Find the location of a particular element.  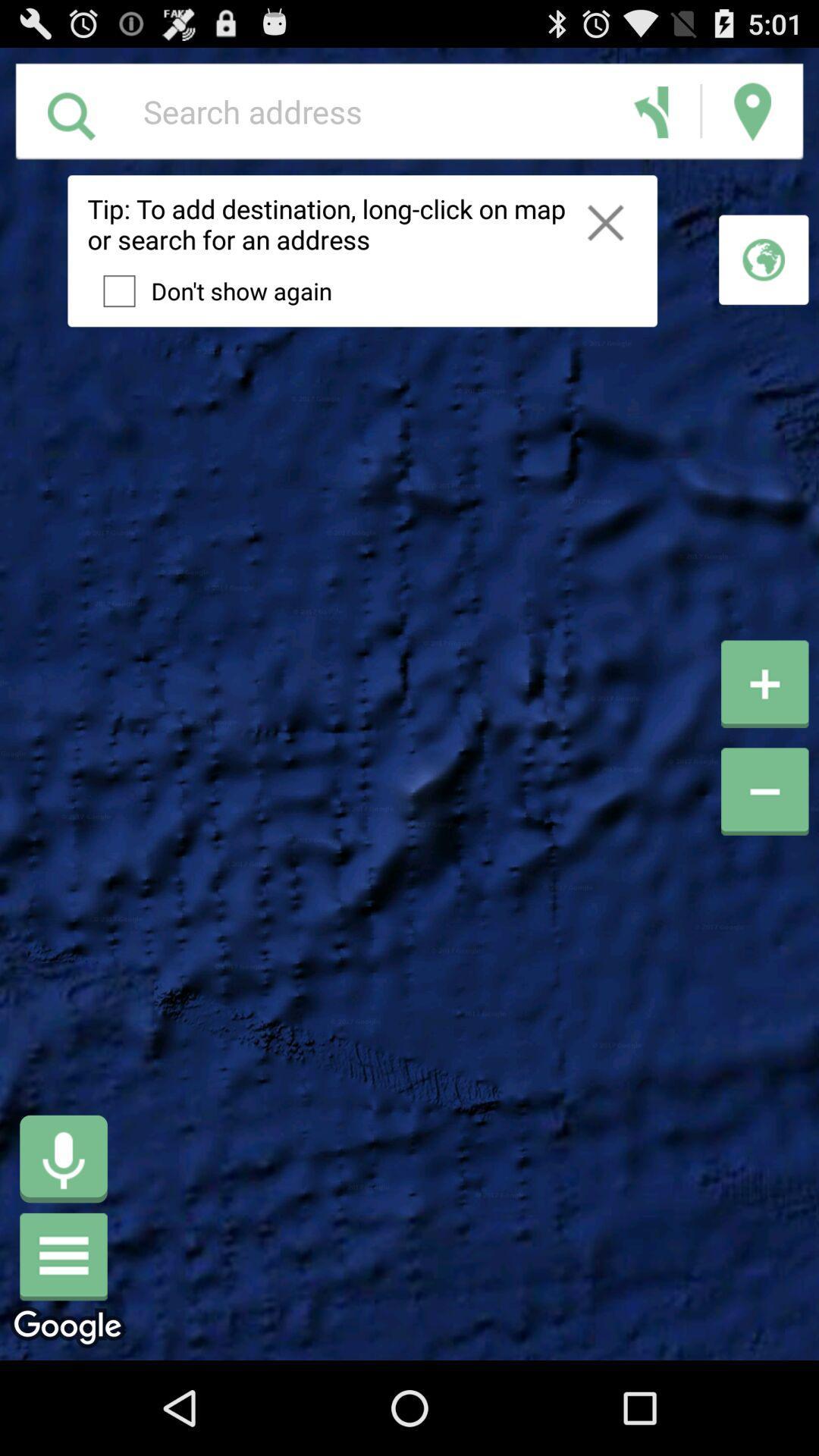

the menu icon is located at coordinates (63, 1345).